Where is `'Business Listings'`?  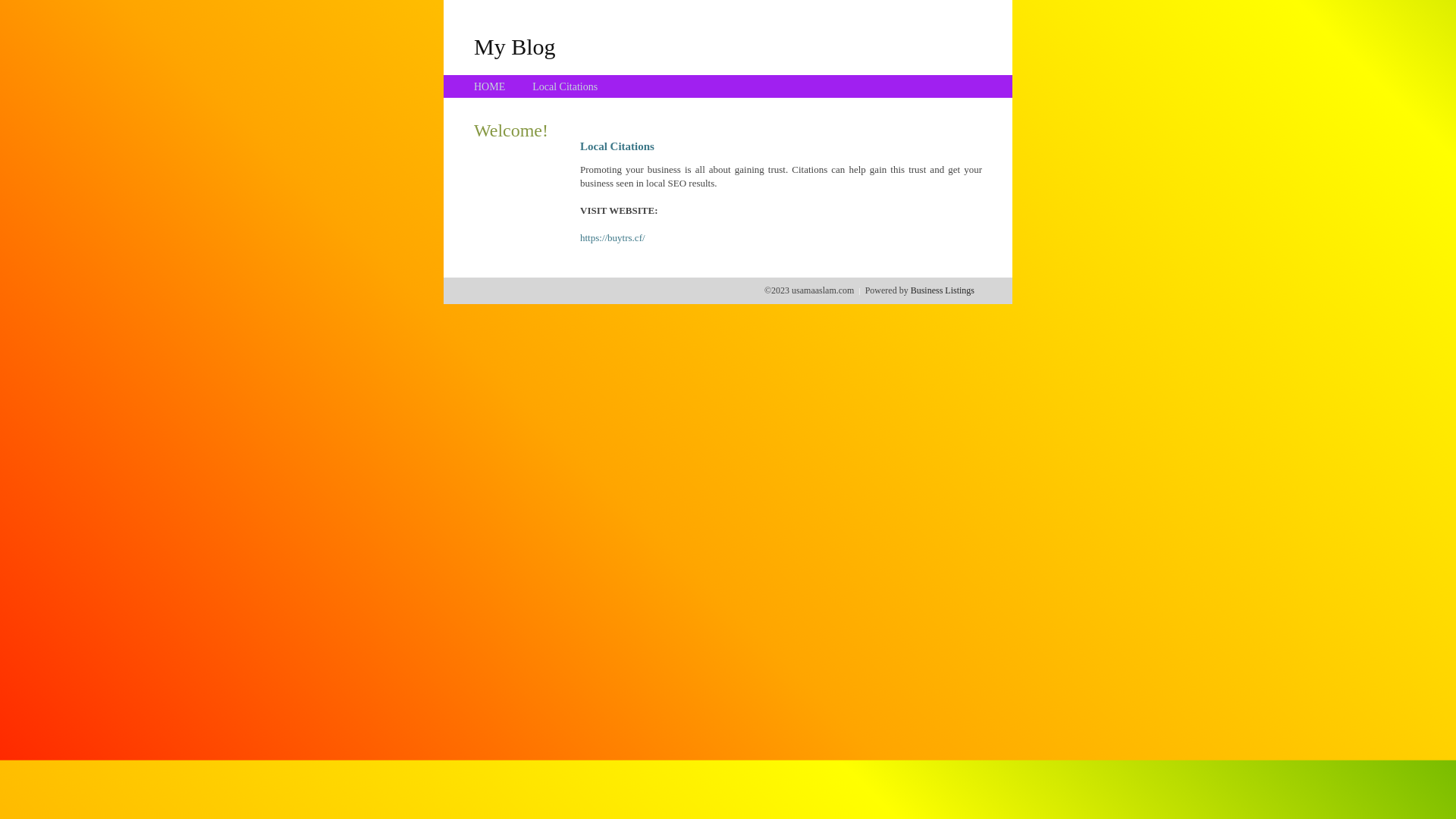
'Business Listings' is located at coordinates (910, 290).